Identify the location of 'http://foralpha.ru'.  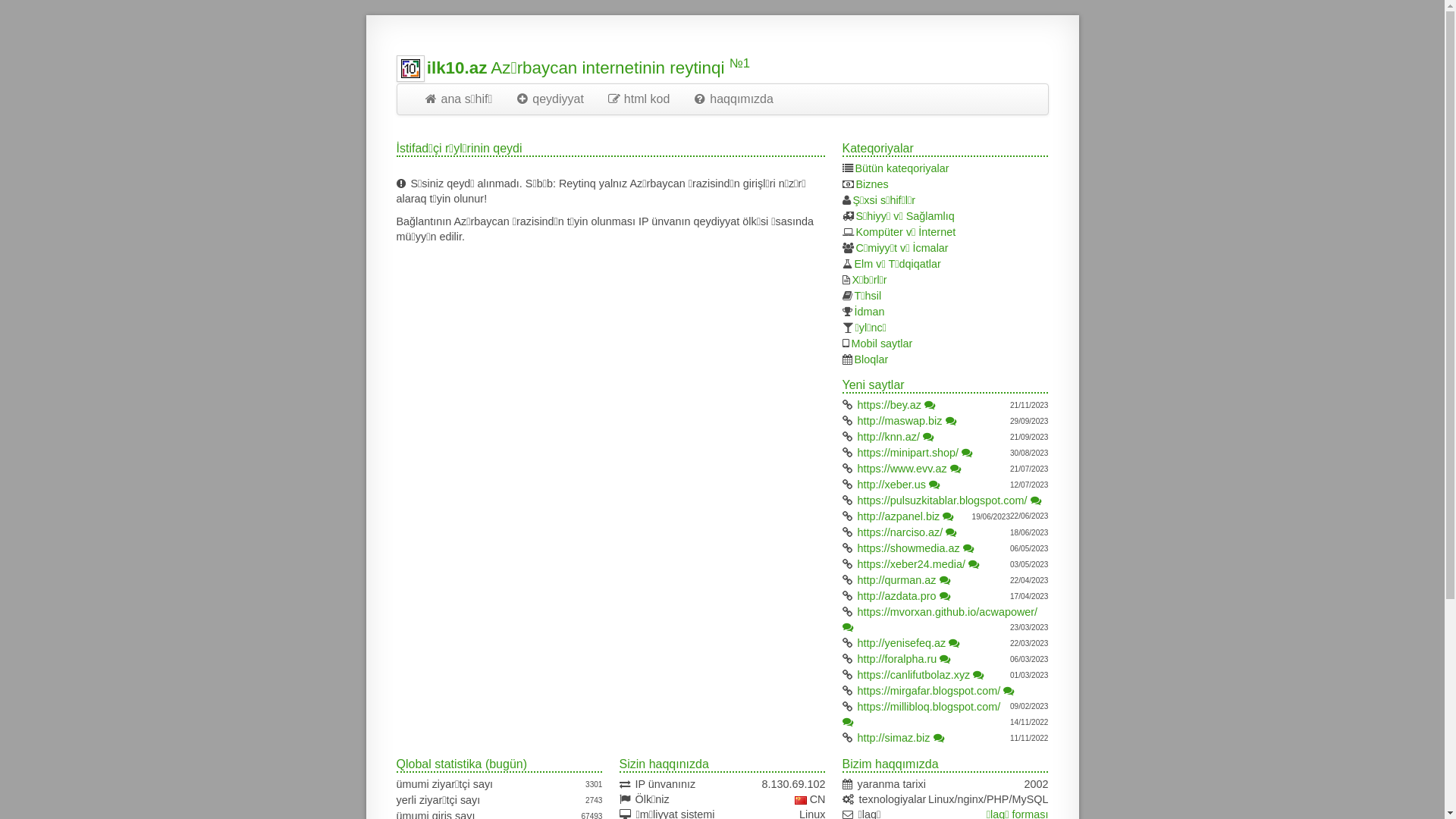
(897, 657).